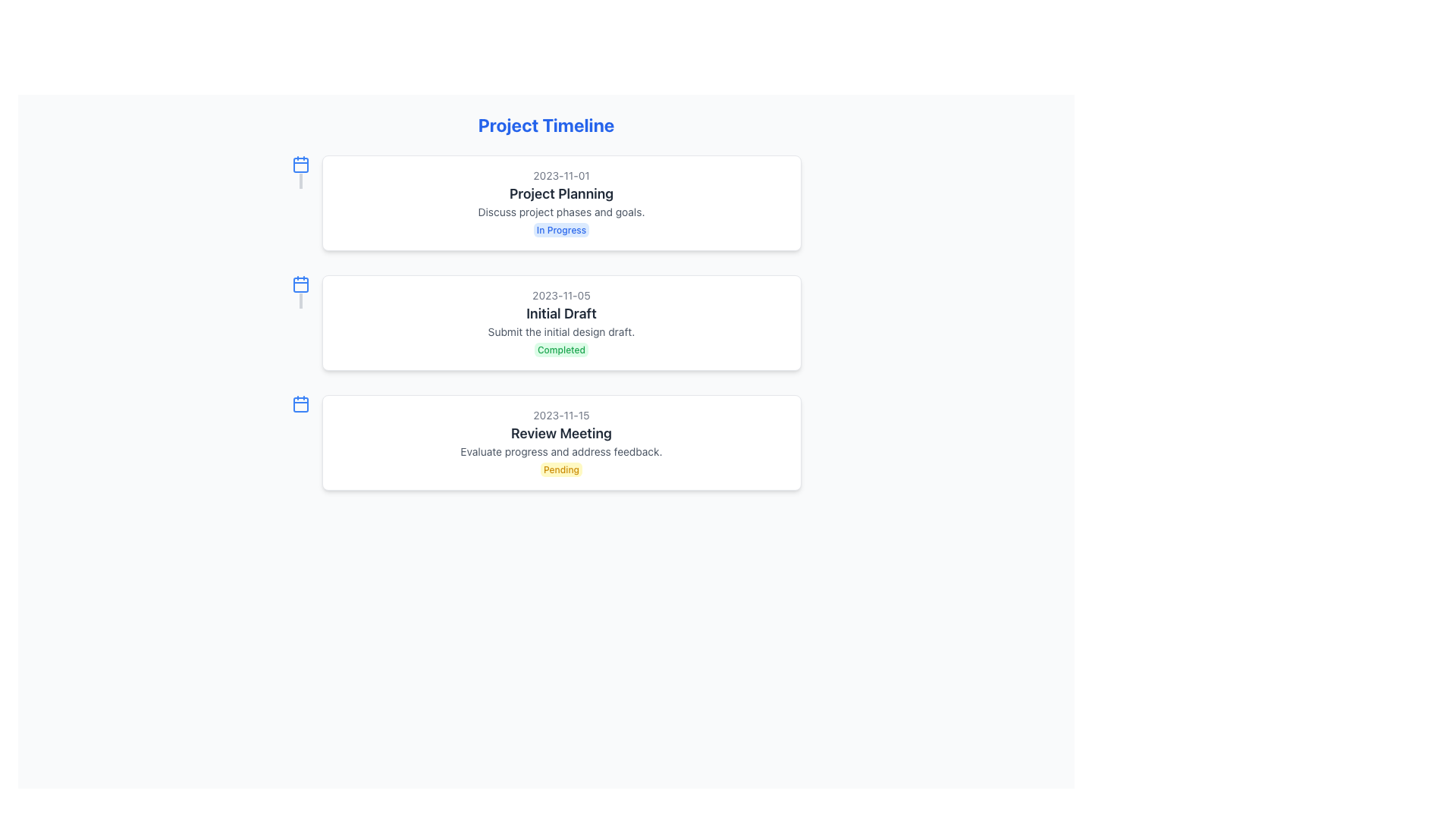  Describe the element at coordinates (300, 164) in the screenshot. I see `the blue calendar icon with tick marks, positioned to the left of 'Project Planning' in the timeline layout` at that location.